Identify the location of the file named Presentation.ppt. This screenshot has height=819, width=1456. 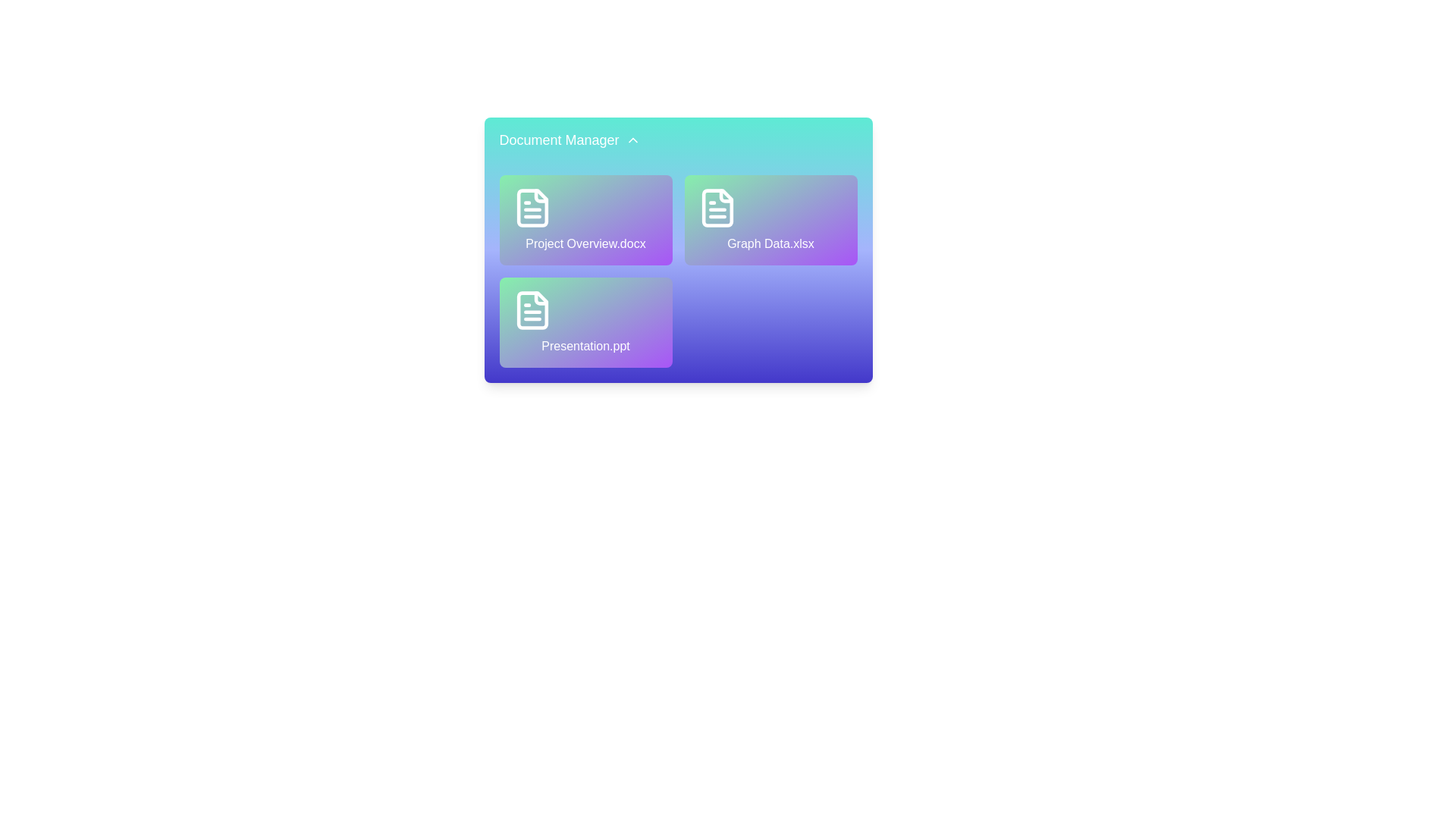
(585, 322).